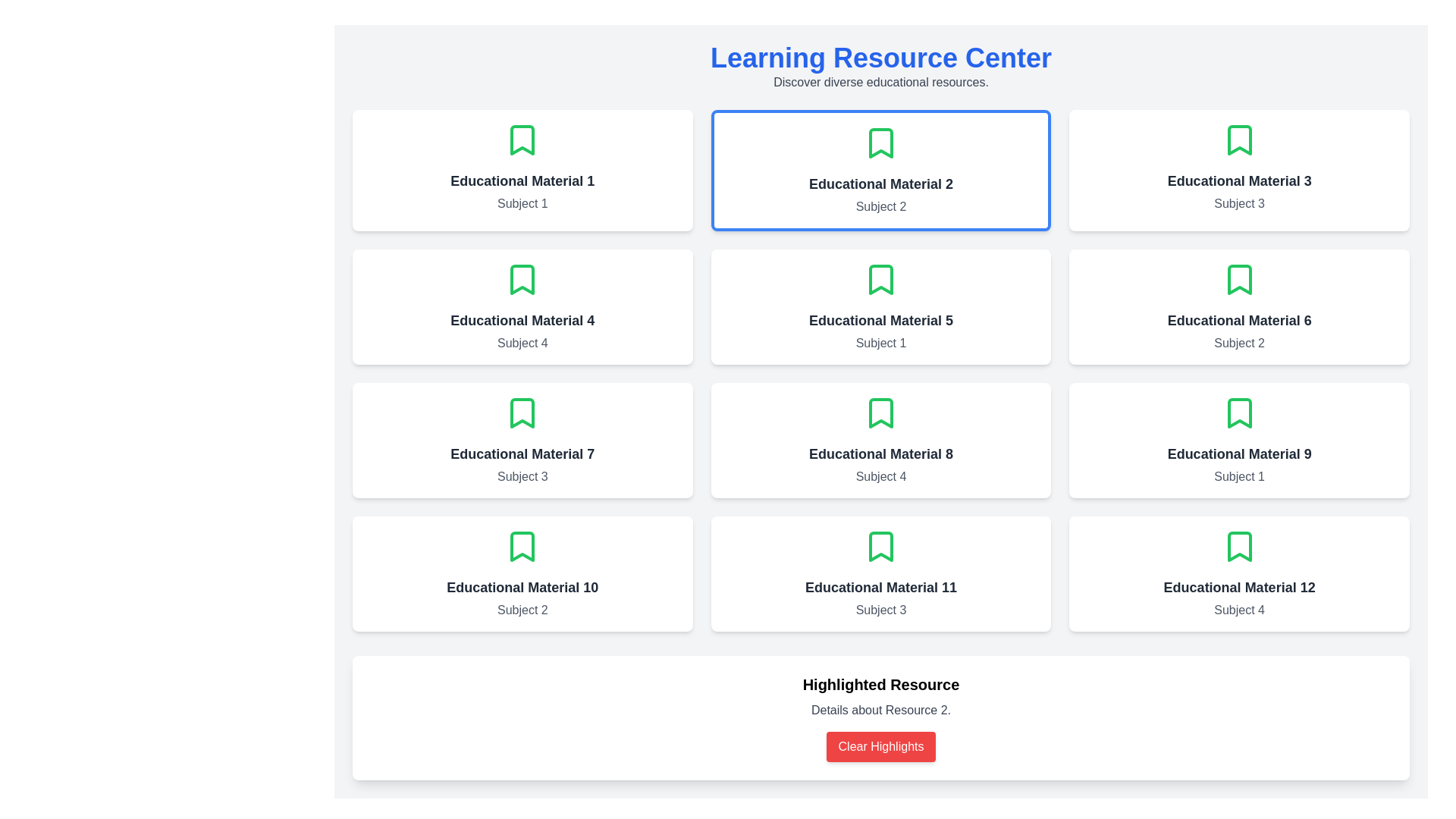 This screenshot has height=819, width=1456. Describe the element at coordinates (880, 66) in the screenshot. I see `text displayed in the 'Learning Resource Center' element, which includes the heading and the paragraph underneath` at that location.